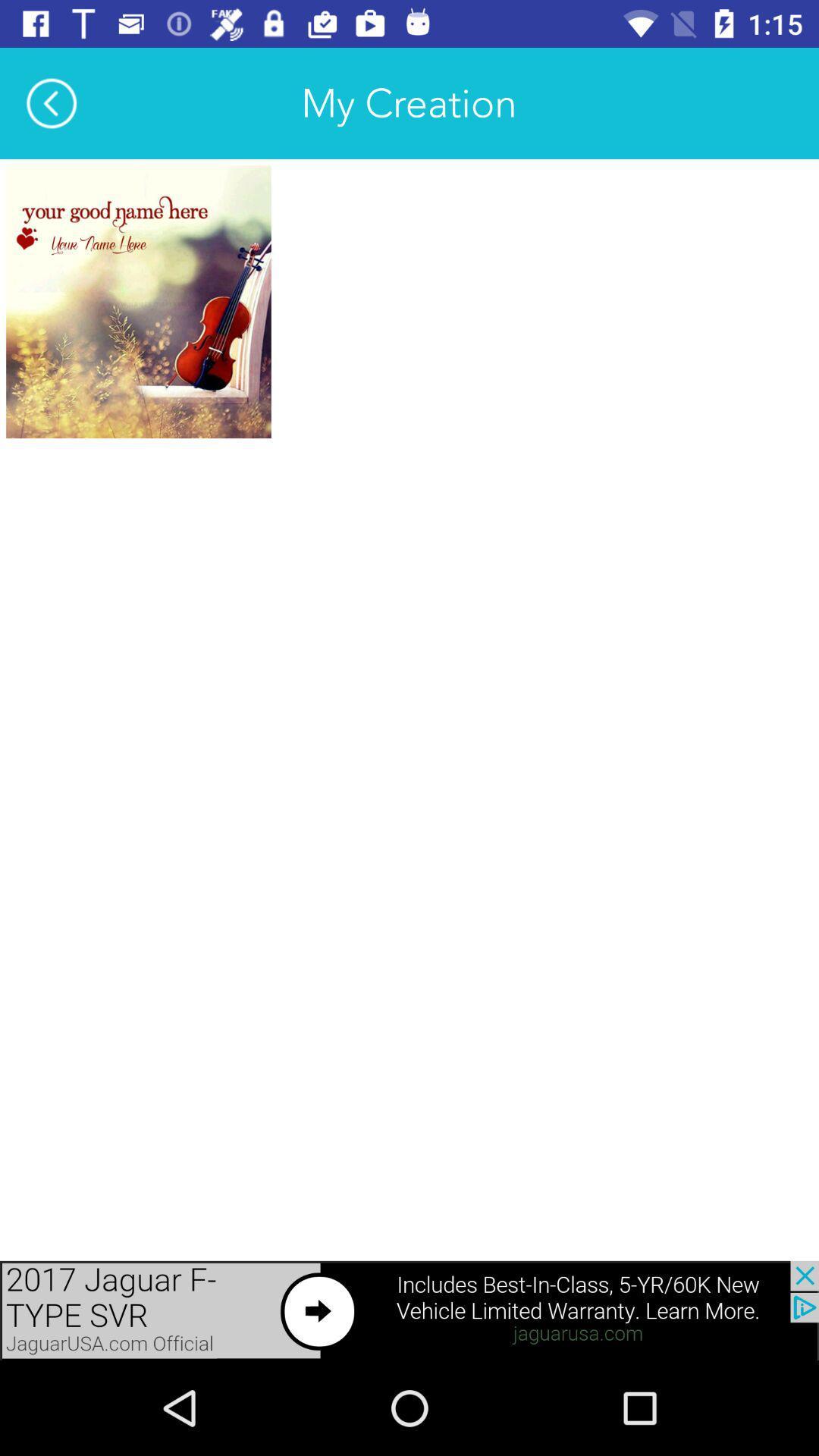 This screenshot has width=819, height=1456. Describe the element at coordinates (138, 302) in the screenshot. I see `the adversitement` at that location.